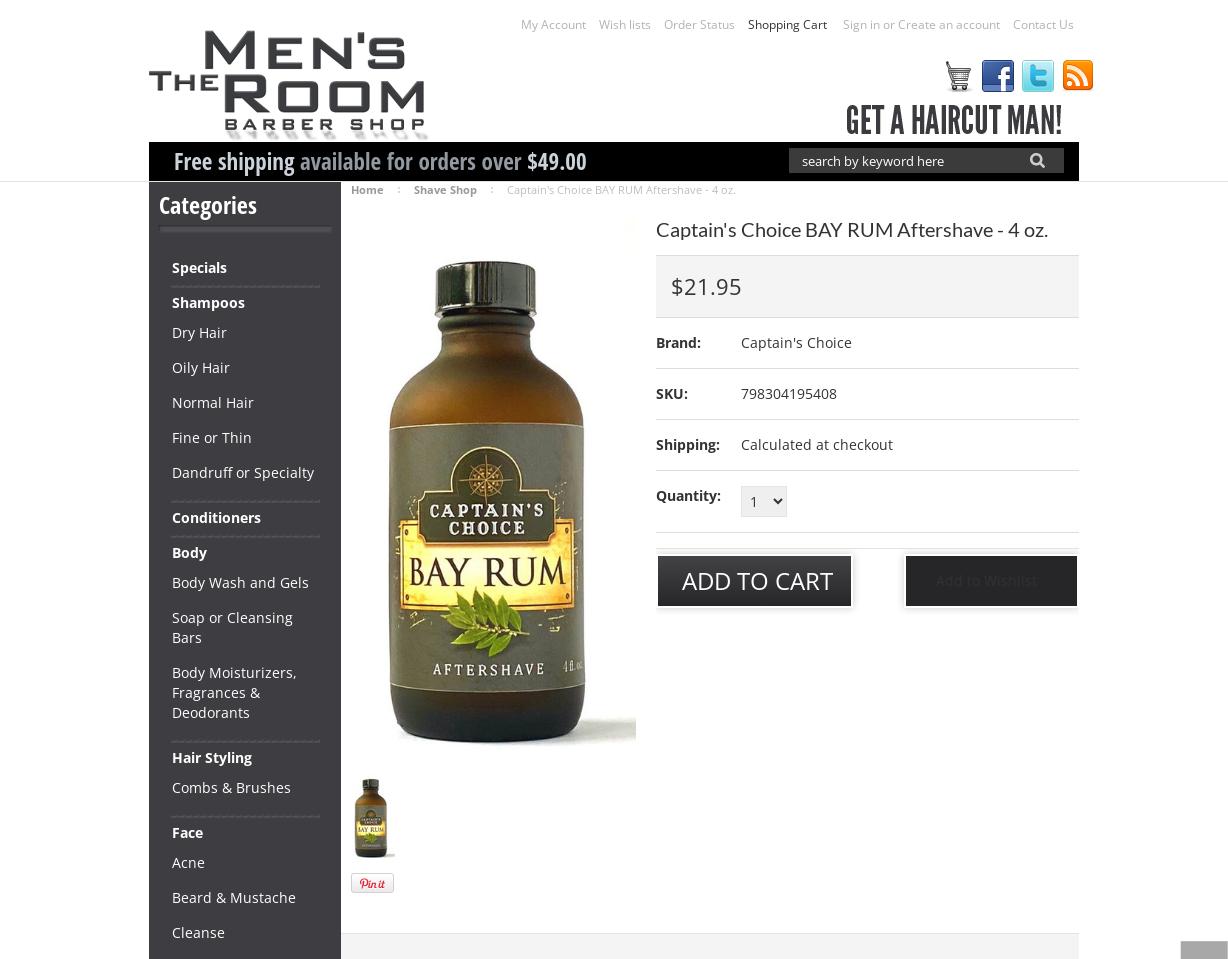  I want to click on 'Fine or Thin', so click(171, 436).